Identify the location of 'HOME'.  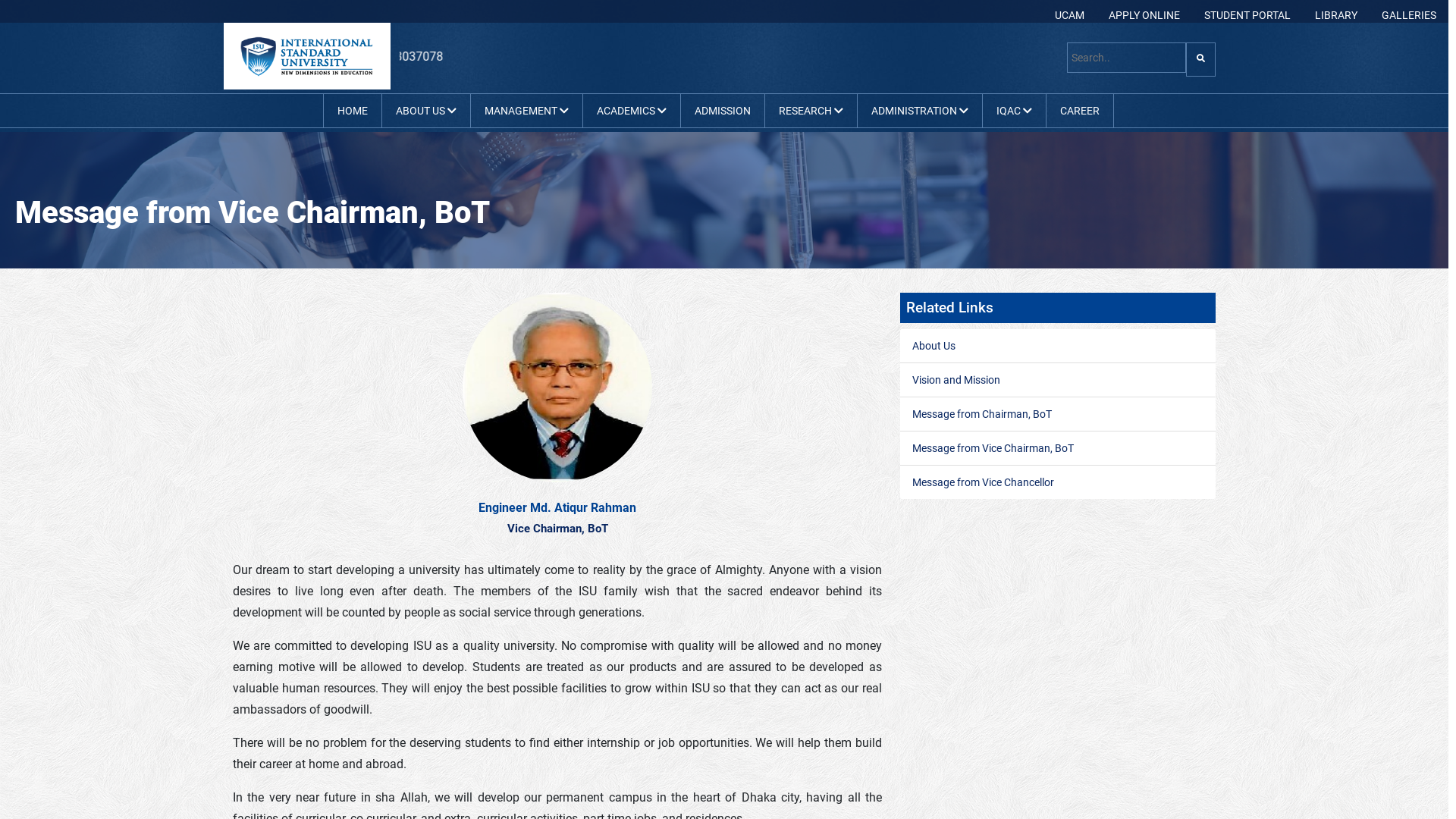
(351, 110).